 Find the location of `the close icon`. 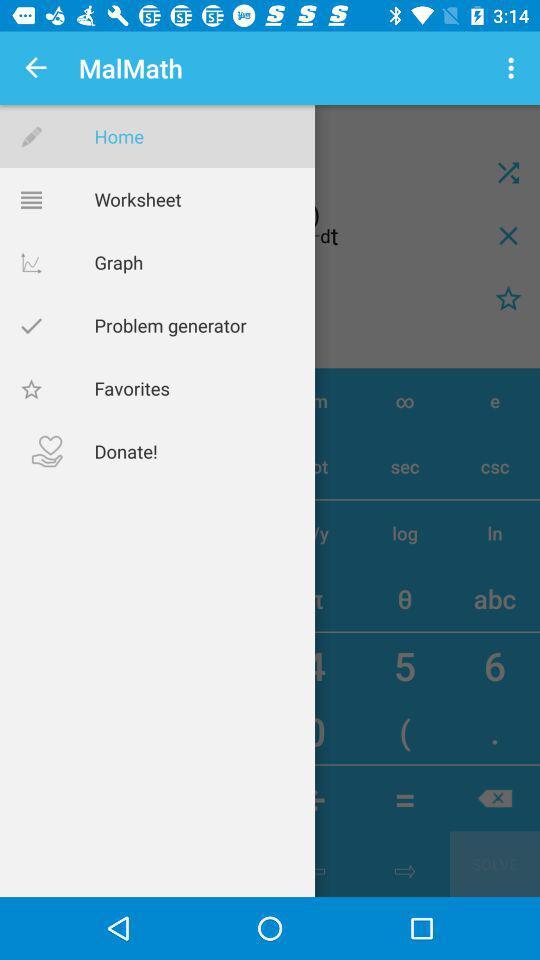

the close icon is located at coordinates (508, 235).